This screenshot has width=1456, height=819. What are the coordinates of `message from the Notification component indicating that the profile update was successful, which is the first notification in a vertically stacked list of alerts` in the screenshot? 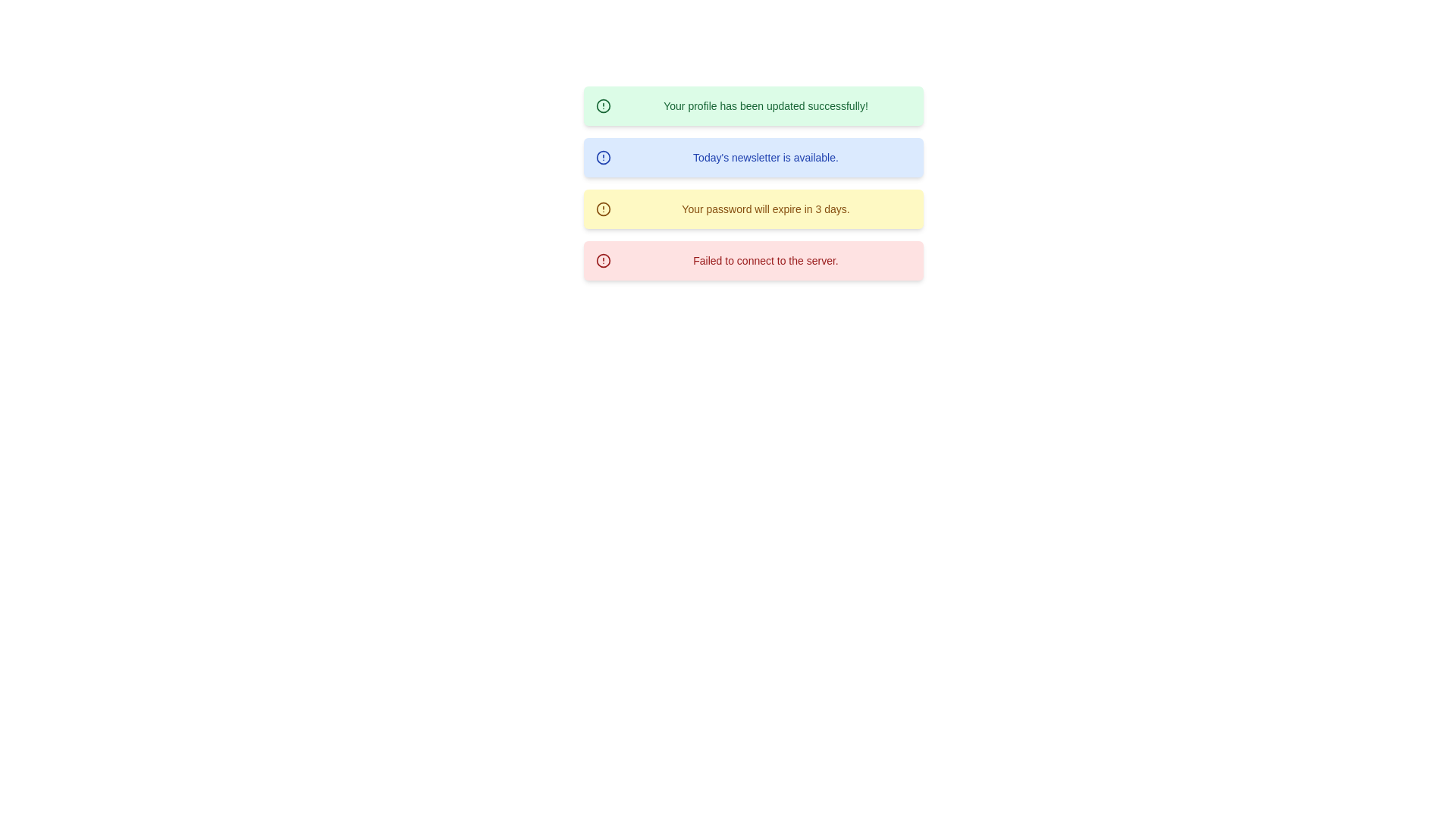 It's located at (753, 105).